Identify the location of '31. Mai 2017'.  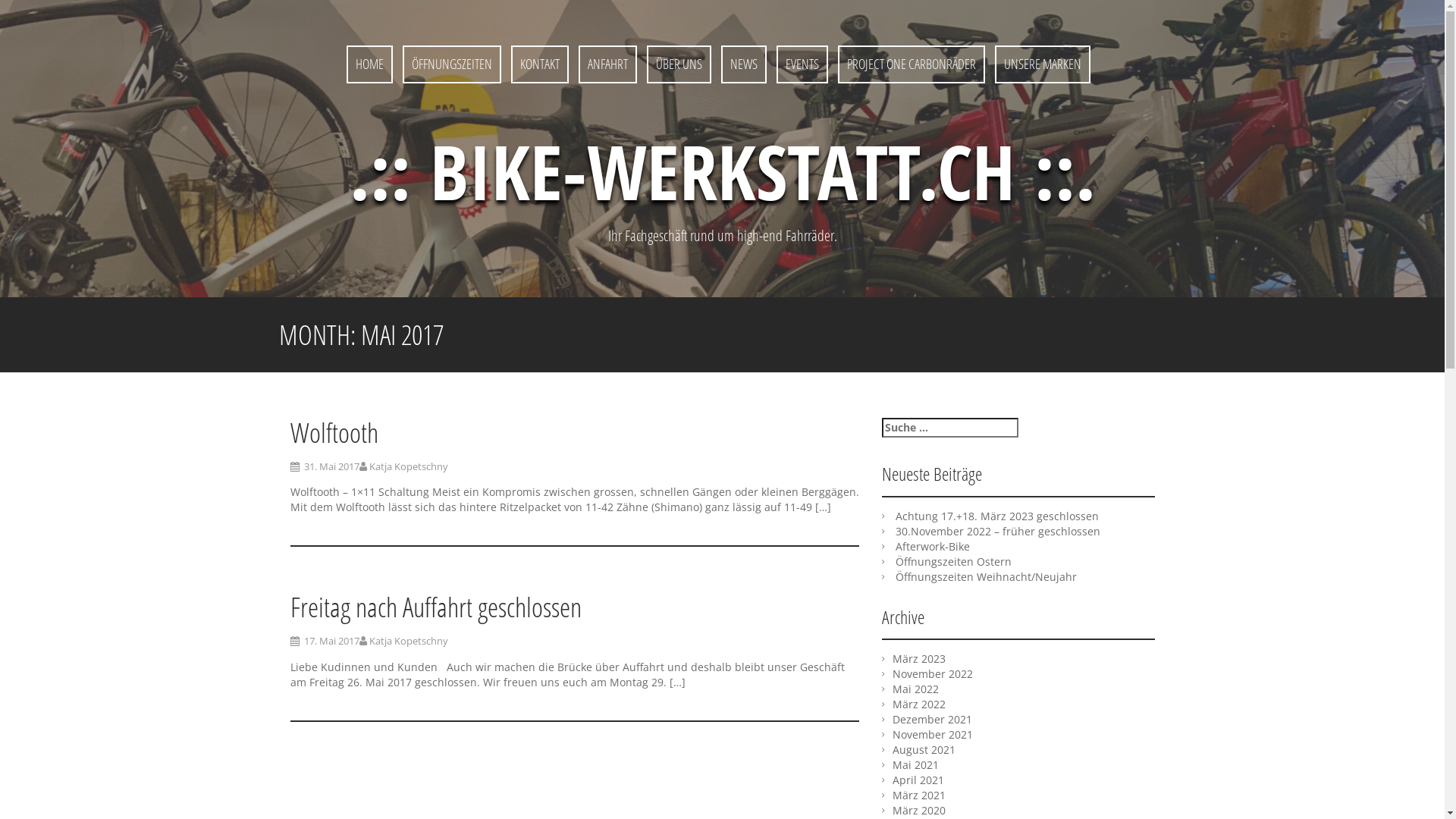
(303, 465).